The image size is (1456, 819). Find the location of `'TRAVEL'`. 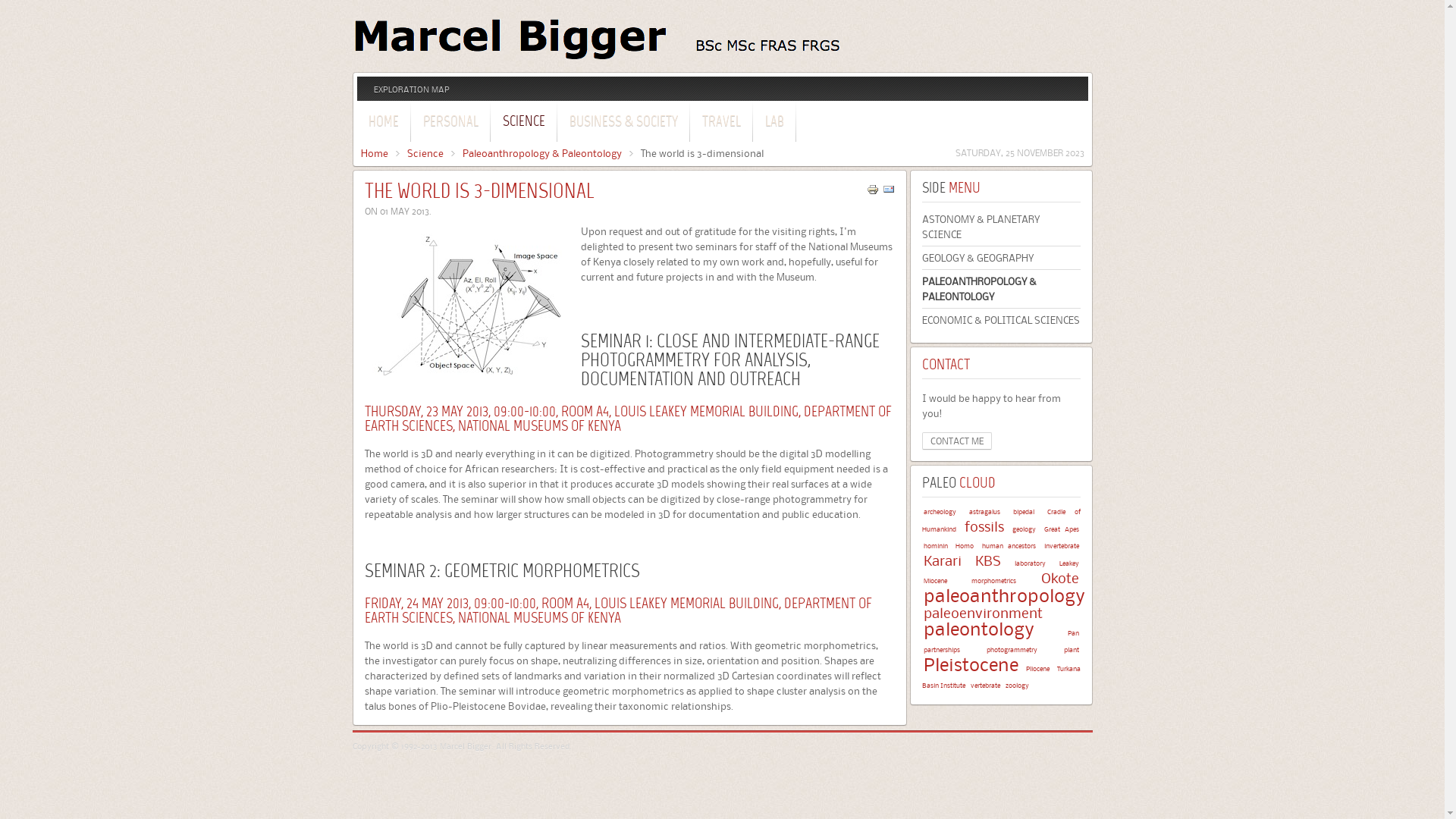

'TRAVEL' is located at coordinates (689, 119).